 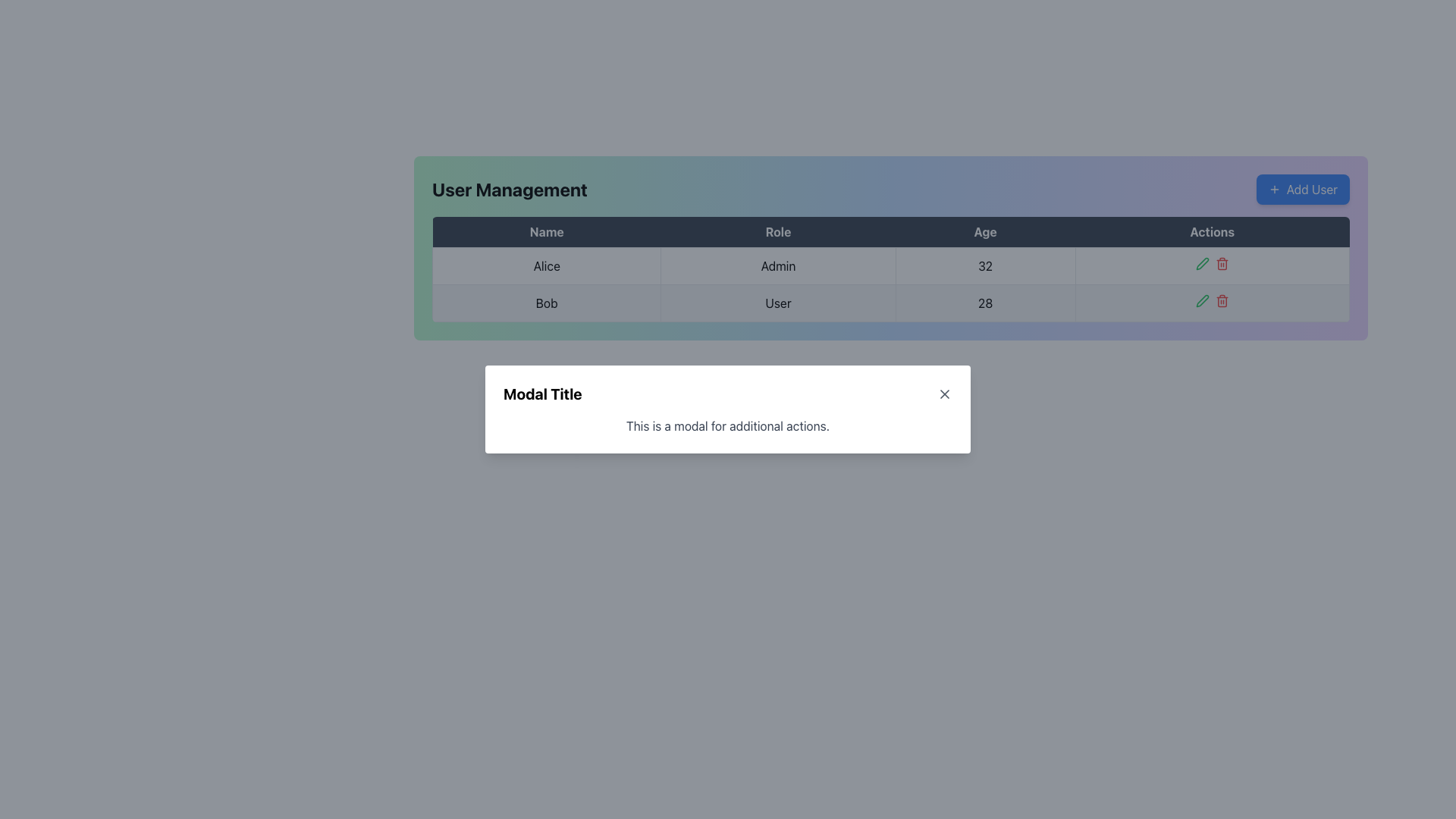 What do you see at coordinates (546, 303) in the screenshot?
I see `the Text label displaying 'Bob' located in the first column of the second row under the 'Name' column in the table` at bounding box center [546, 303].